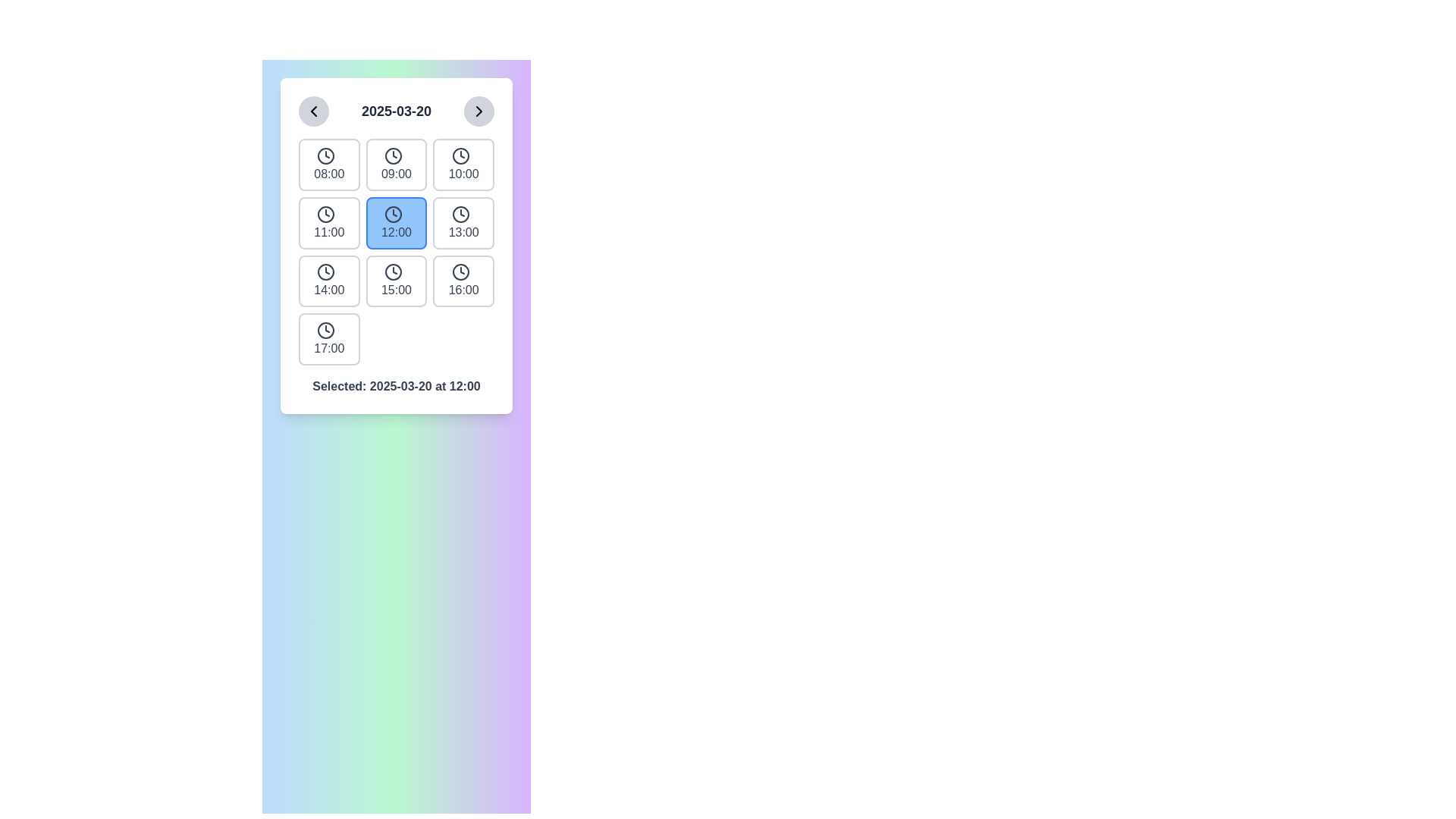 The width and height of the screenshot is (1456, 819). What do you see at coordinates (325, 271) in the screenshot?
I see `the small clock icon with a circular outline and two clock hands, which is part of the button displaying the time '14:00' located in the fourth row, second column of the time selection grid` at bounding box center [325, 271].